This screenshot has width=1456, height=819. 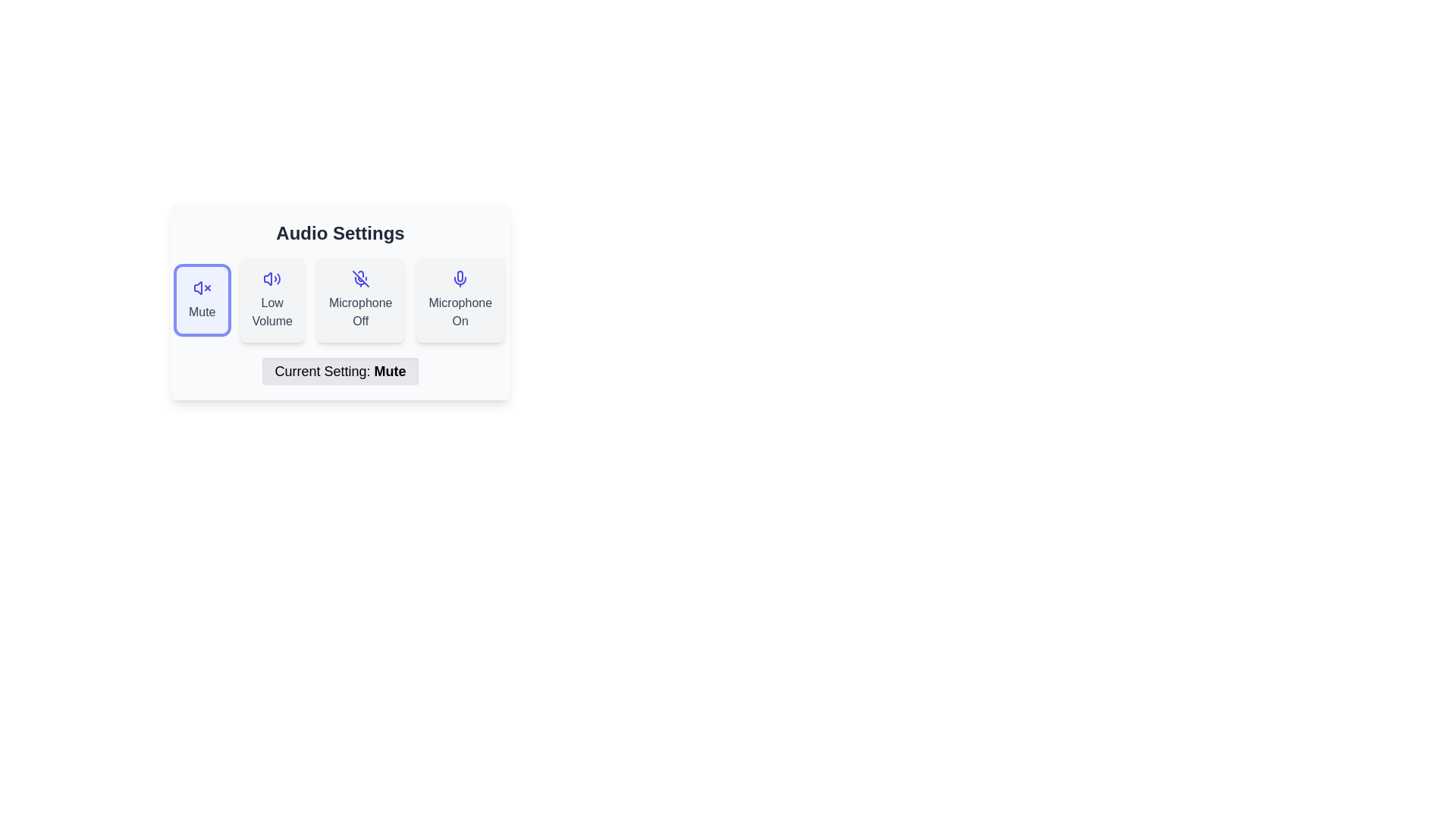 I want to click on the microphone toggle button, which is represented by a struck-through microphone icon, so click(x=359, y=300).